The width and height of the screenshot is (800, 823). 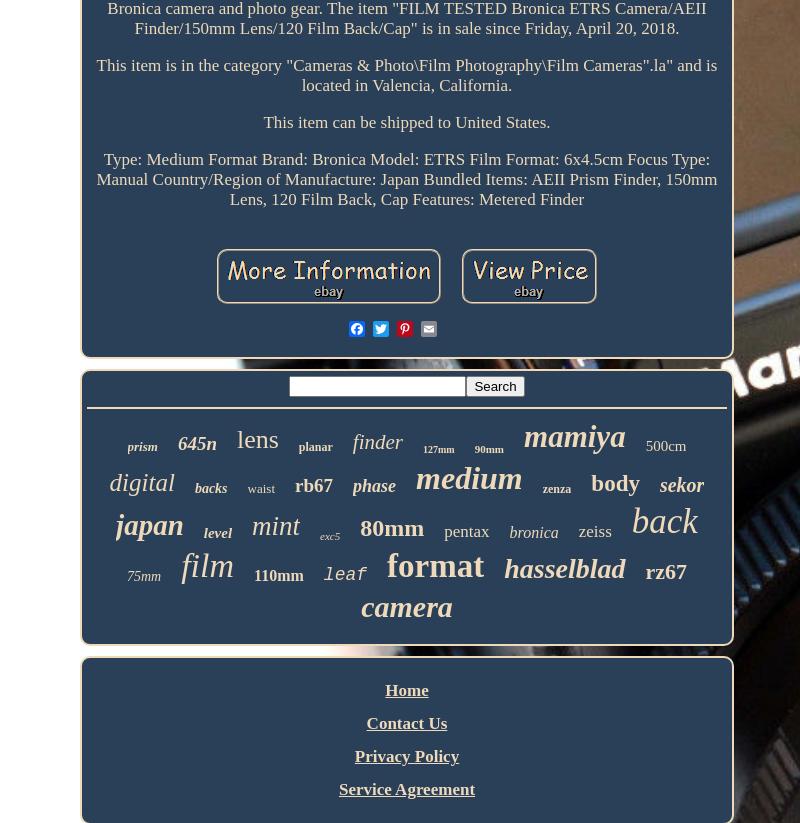 What do you see at coordinates (149, 523) in the screenshot?
I see `'japan'` at bounding box center [149, 523].